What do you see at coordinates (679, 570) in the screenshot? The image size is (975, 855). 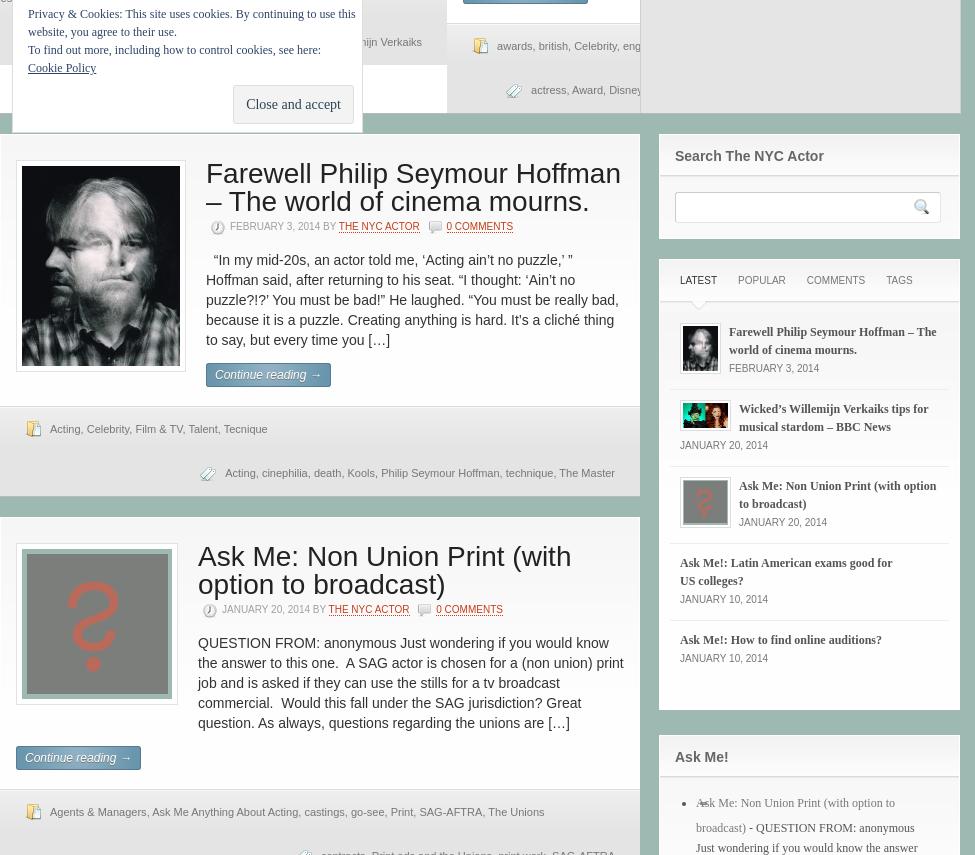 I see `'Ask Me!: Latin American exams good for US colleges?'` at bounding box center [679, 570].